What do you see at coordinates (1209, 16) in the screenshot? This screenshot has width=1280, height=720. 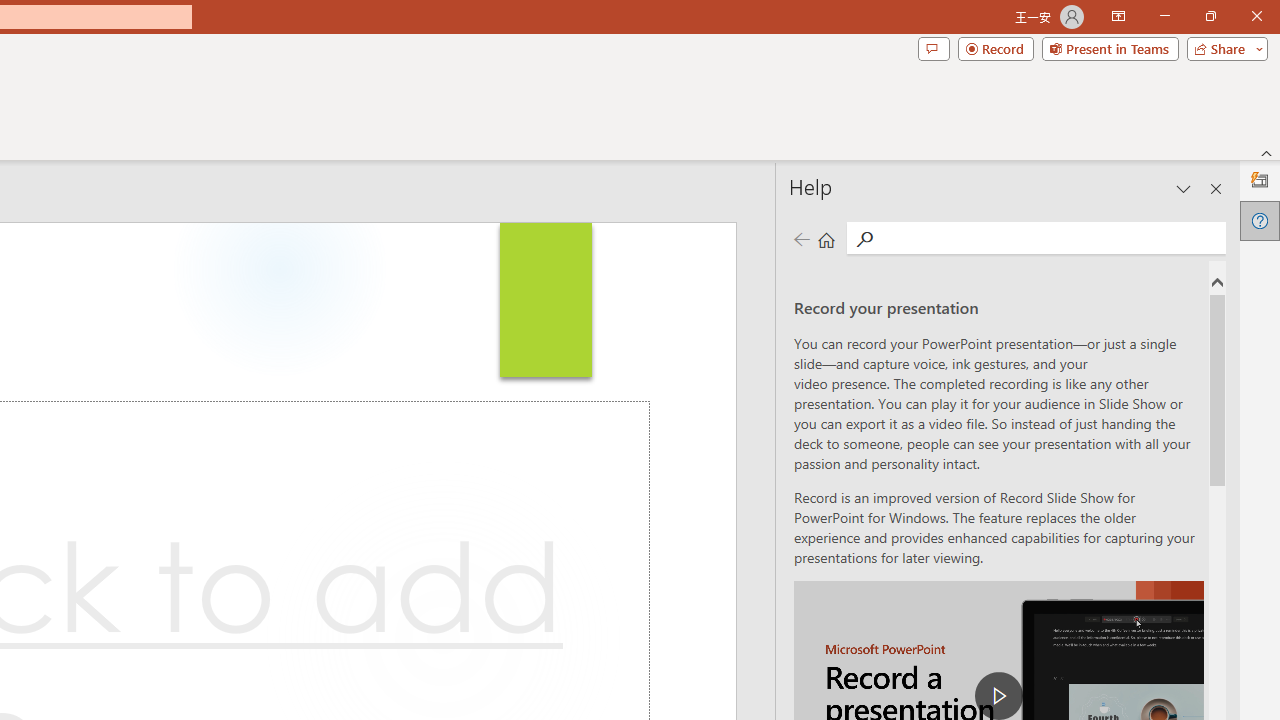 I see `'Restore Down'` at bounding box center [1209, 16].